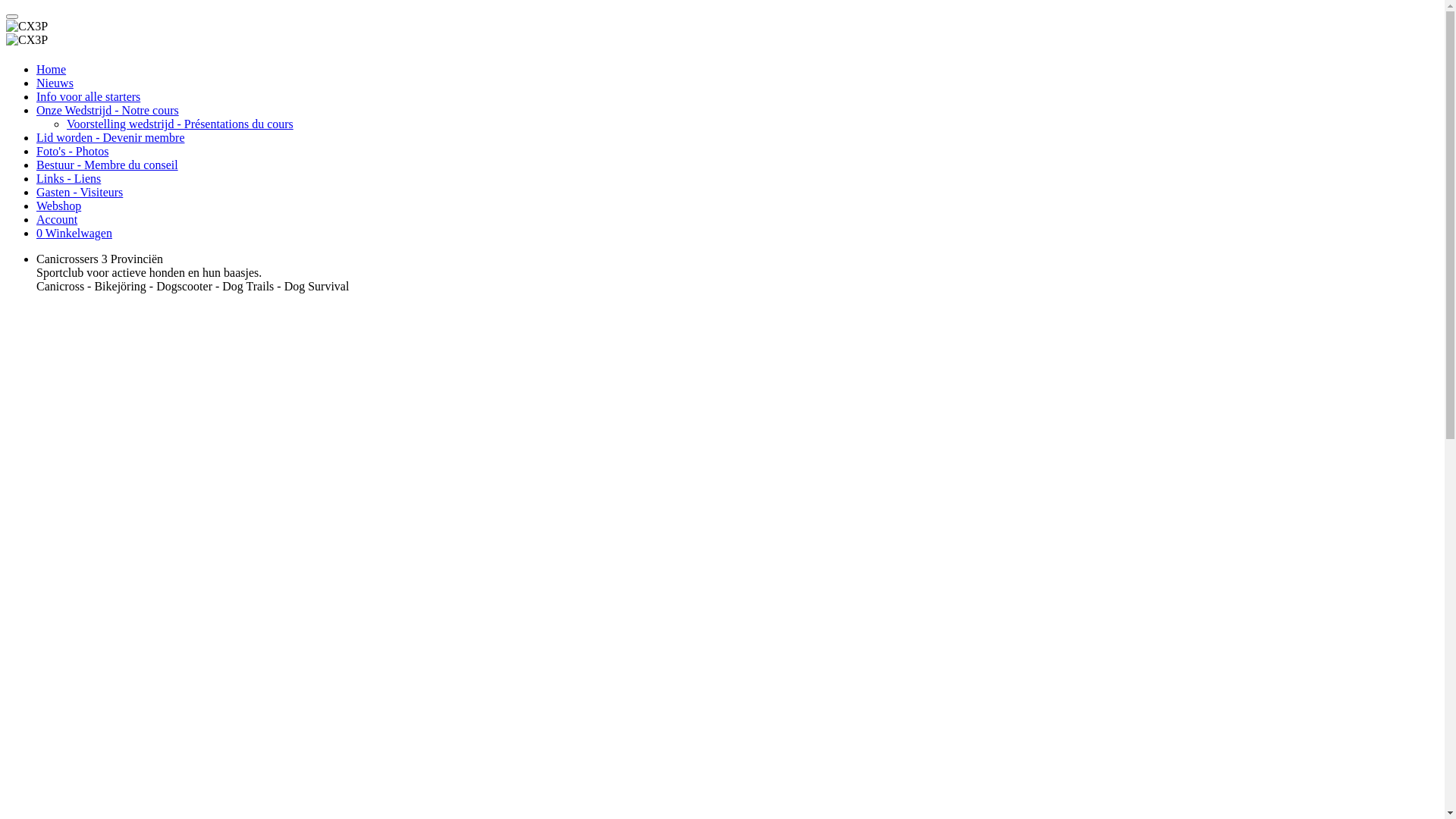  What do you see at coordinates (6, 39) in the screenshot?
I see `'CX3P'` at bounding box center [6, 39].